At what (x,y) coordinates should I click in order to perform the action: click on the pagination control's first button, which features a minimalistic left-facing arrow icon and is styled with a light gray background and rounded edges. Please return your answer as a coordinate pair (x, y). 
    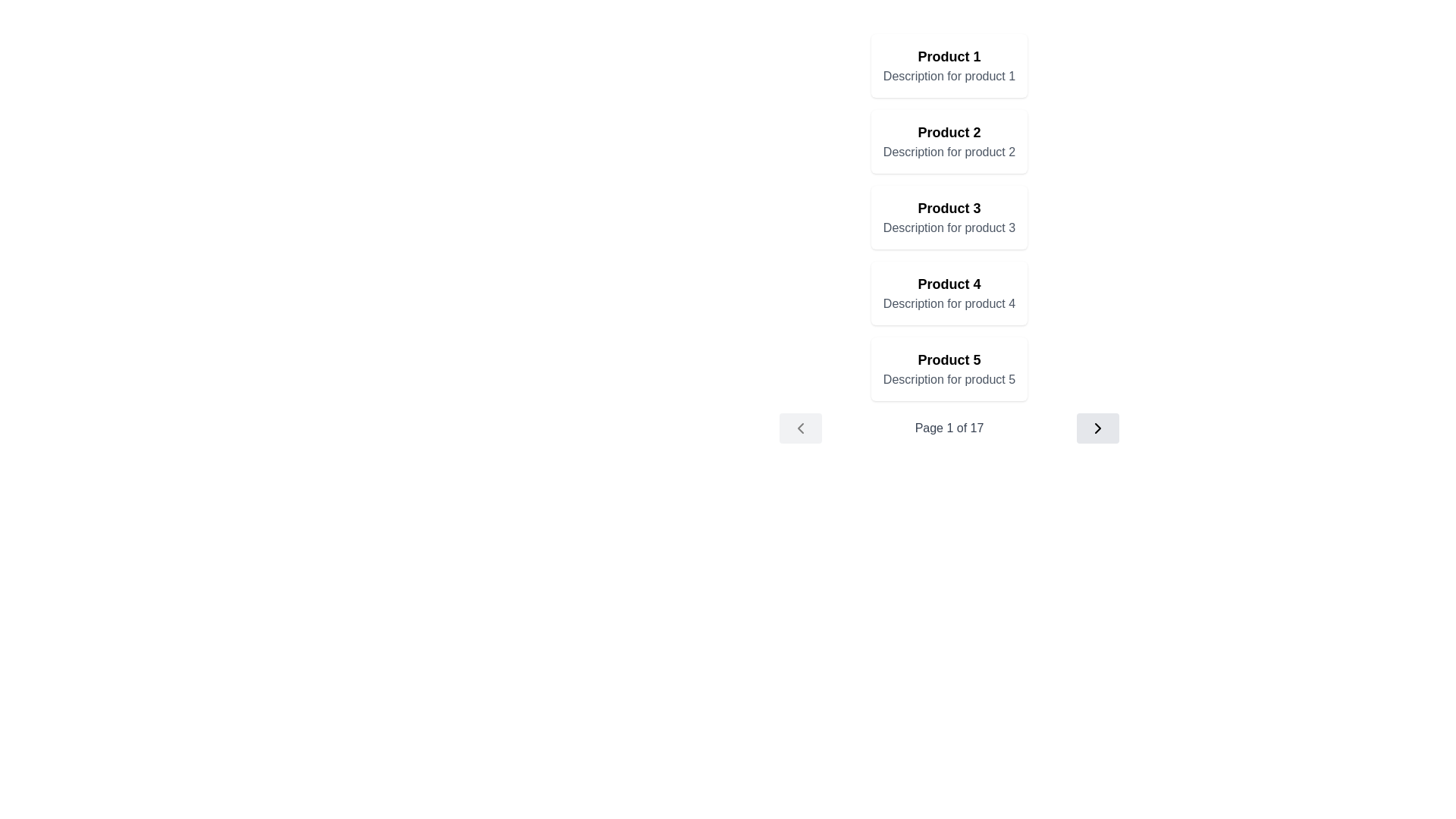
    Looking at the image, I should click on (800, 428).